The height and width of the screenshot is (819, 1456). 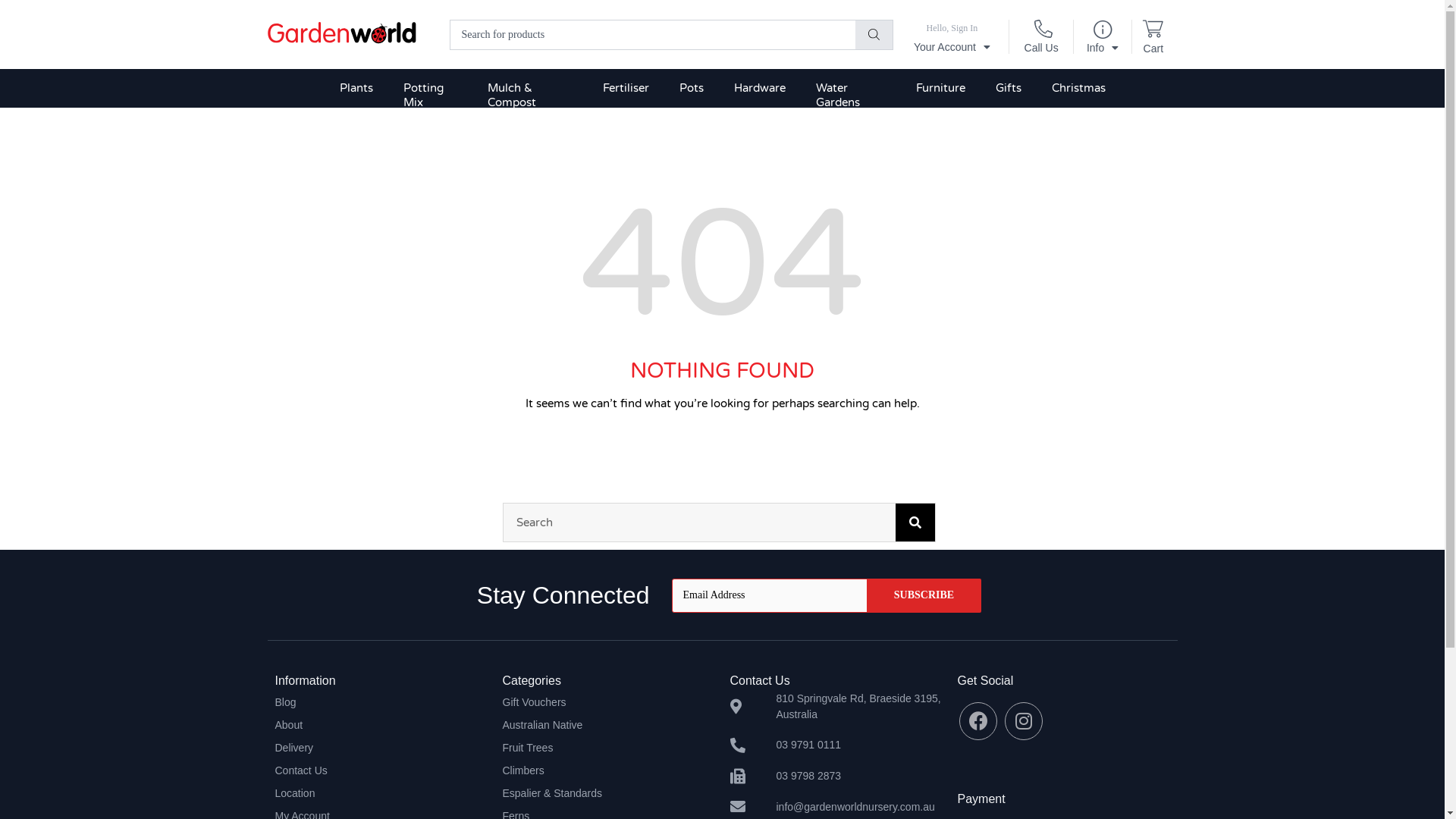 I want to click on 'Espalier & Standards', so click(x=607, y=792).